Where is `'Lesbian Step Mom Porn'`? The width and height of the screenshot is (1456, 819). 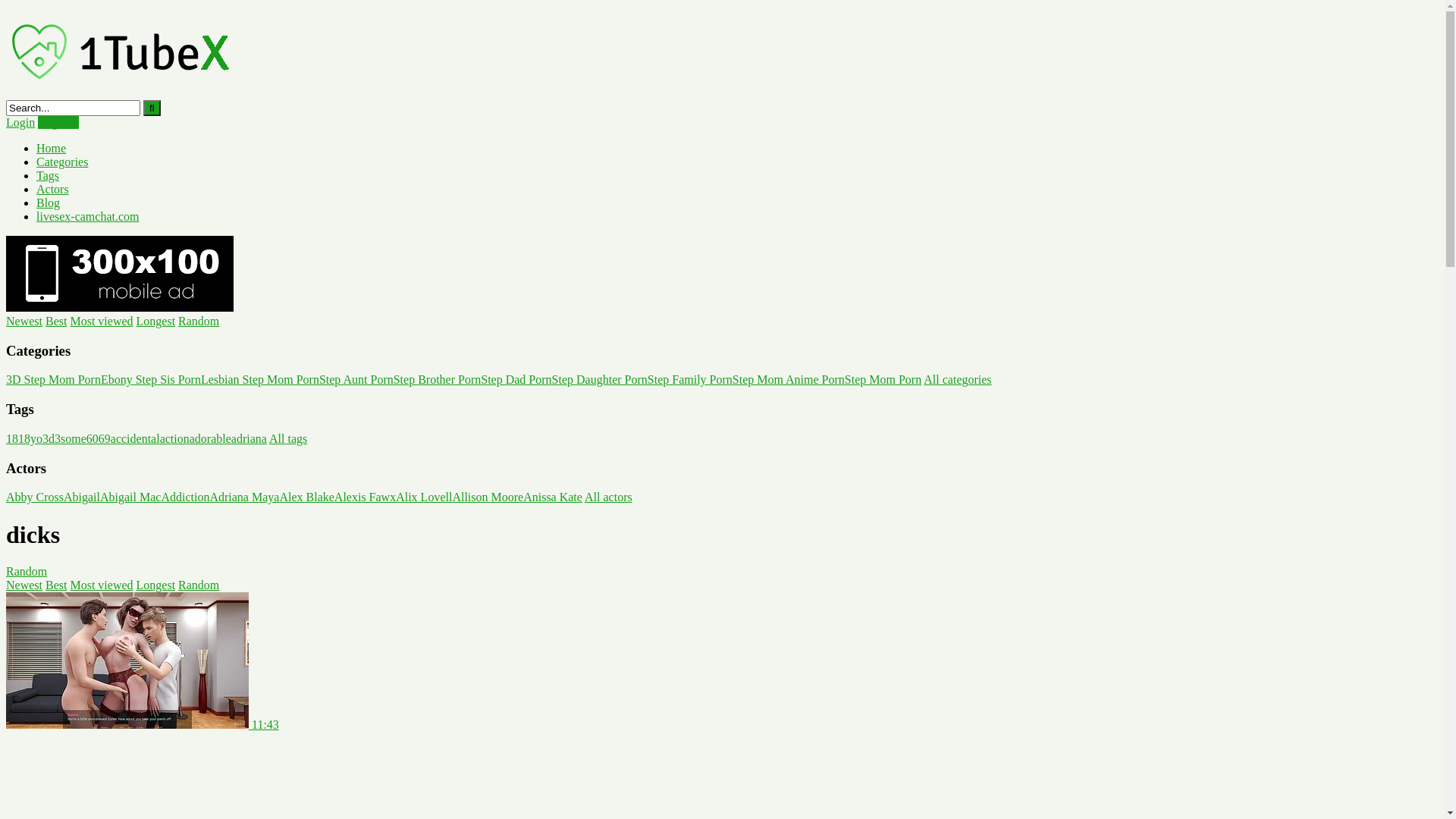
'Lesbian Step Mom Porn' is located at coordinates (259, 378).